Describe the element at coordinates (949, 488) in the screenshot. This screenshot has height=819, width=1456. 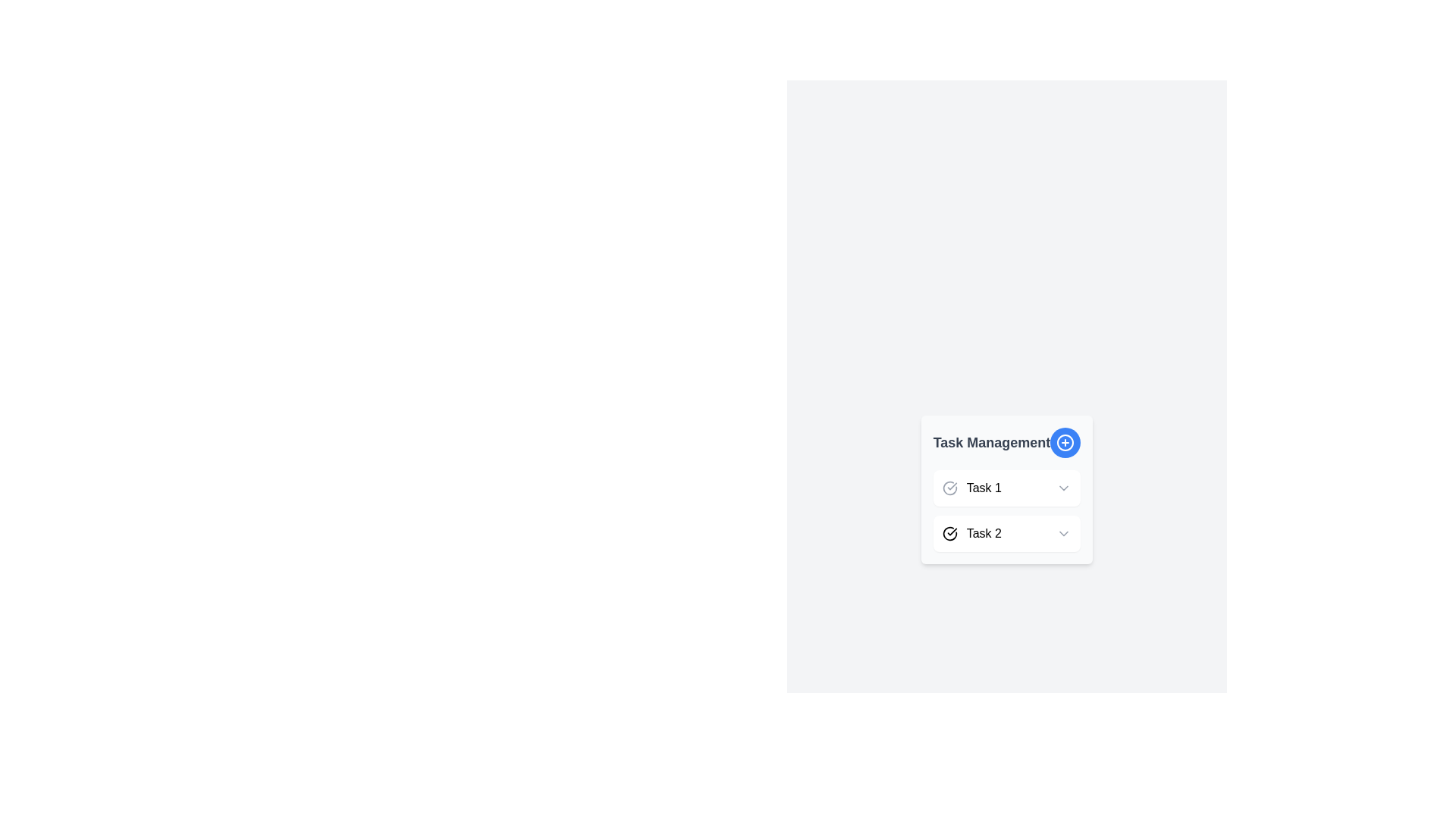
I see `the status icon` at that location.